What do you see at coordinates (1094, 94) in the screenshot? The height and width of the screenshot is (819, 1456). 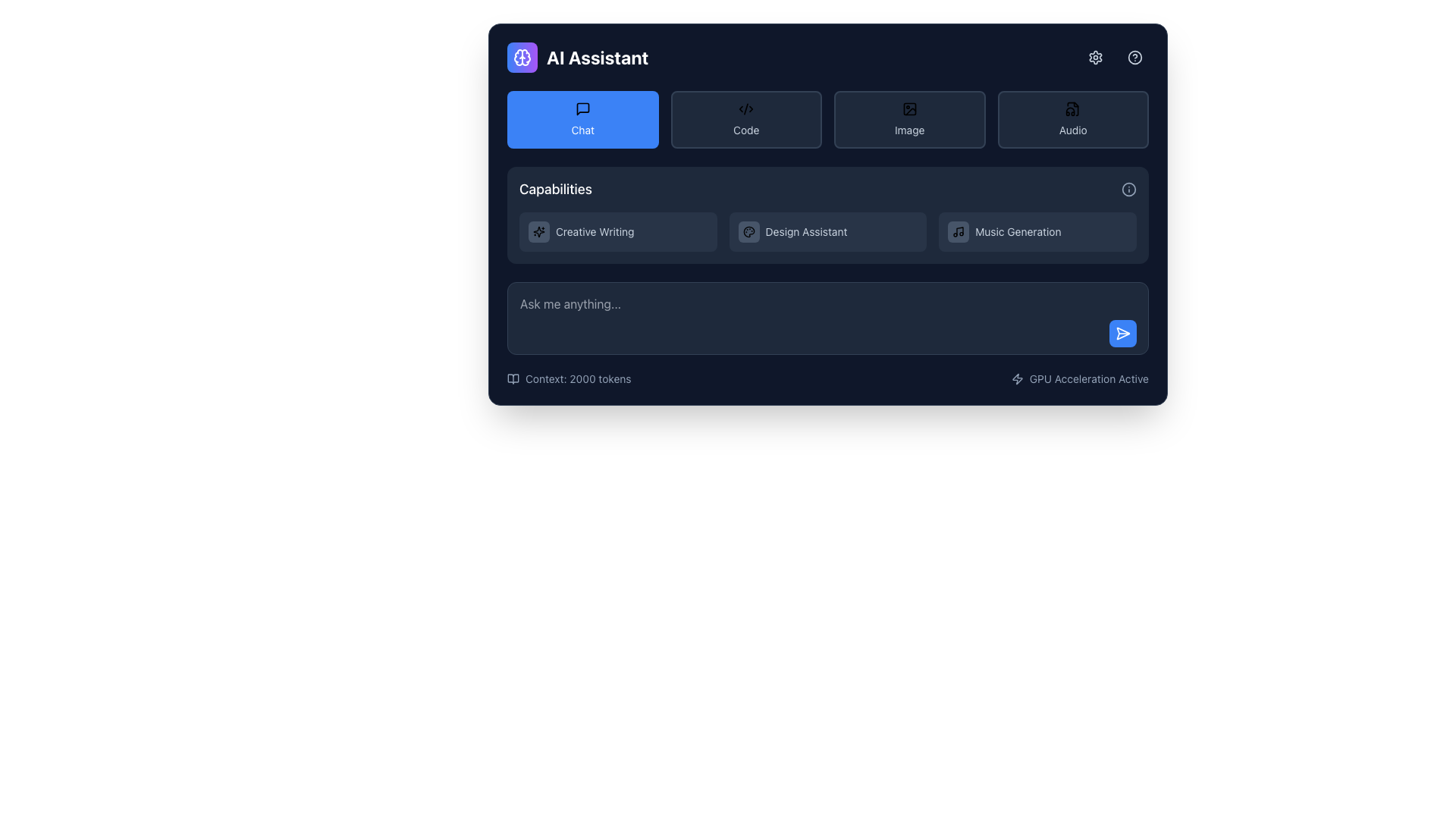 I see `the 'Assistant Settings' tooltip styled in dark theme with rounded corners, displaying light gray text, to activate it` at bounding box center [1094, 94].